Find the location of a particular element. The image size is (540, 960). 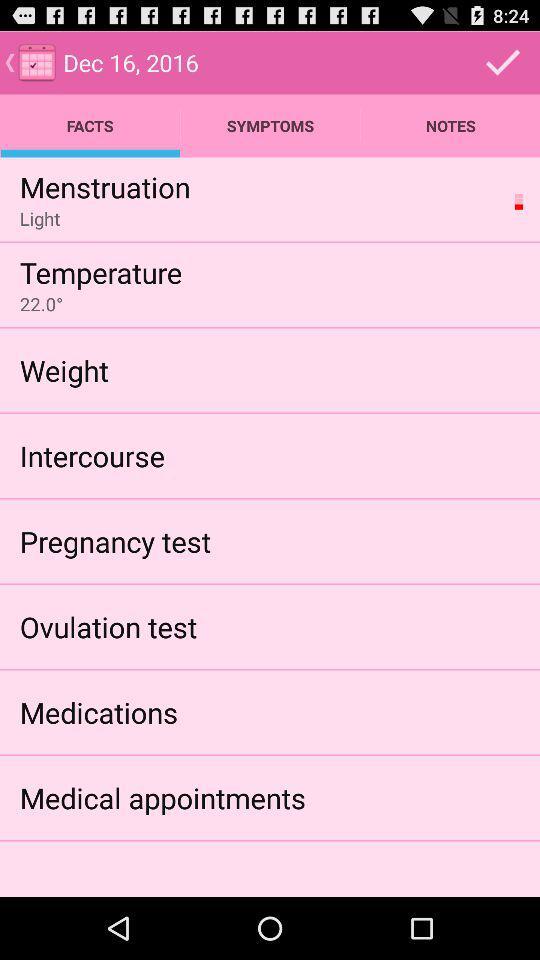

the item below ovulation test app is located at coordinates (97, 712).